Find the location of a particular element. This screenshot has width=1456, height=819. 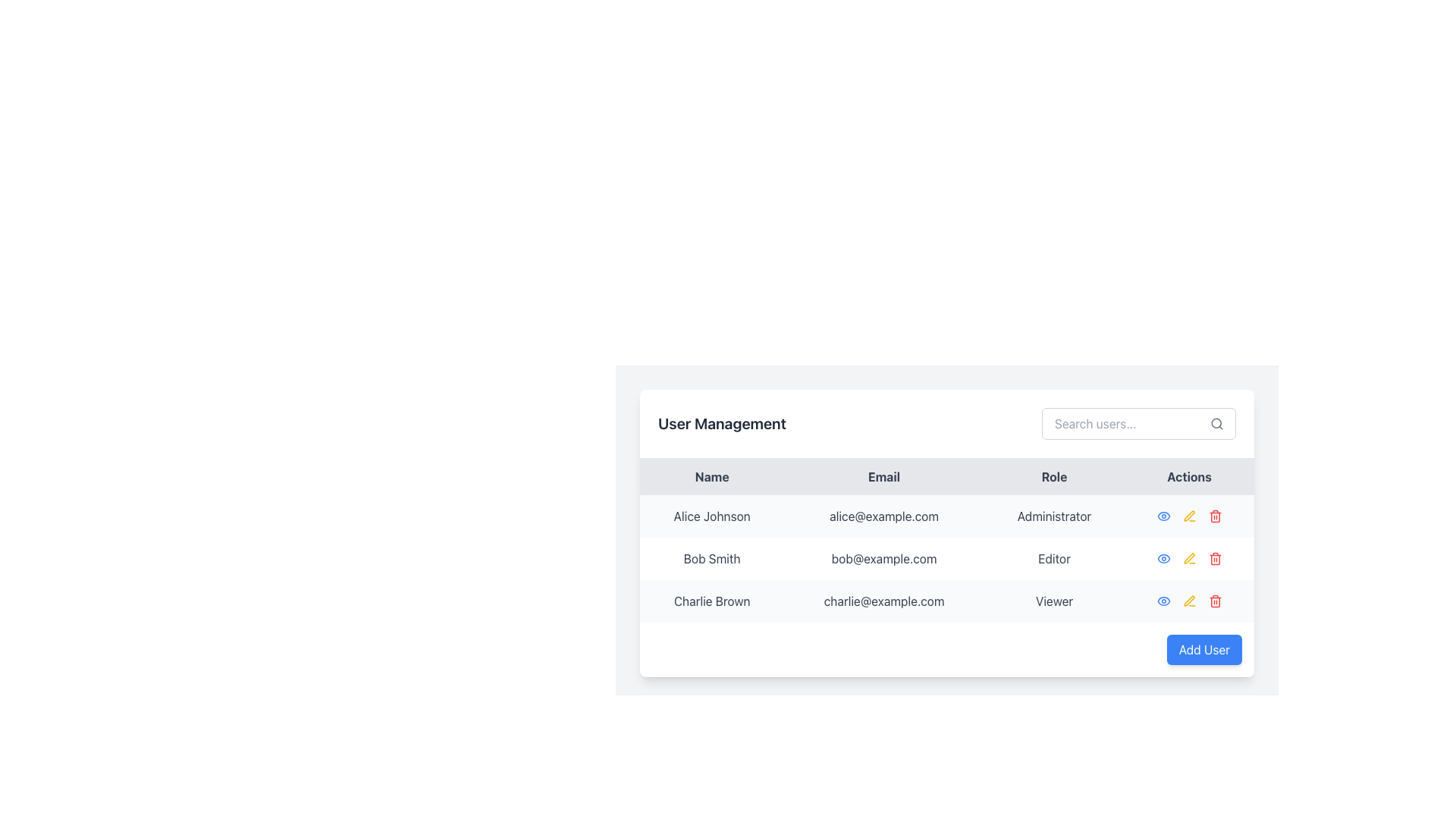

the second row in the 'User Management' table that displays user details for 'Bob Smith' is located at coordinates (946, 558).